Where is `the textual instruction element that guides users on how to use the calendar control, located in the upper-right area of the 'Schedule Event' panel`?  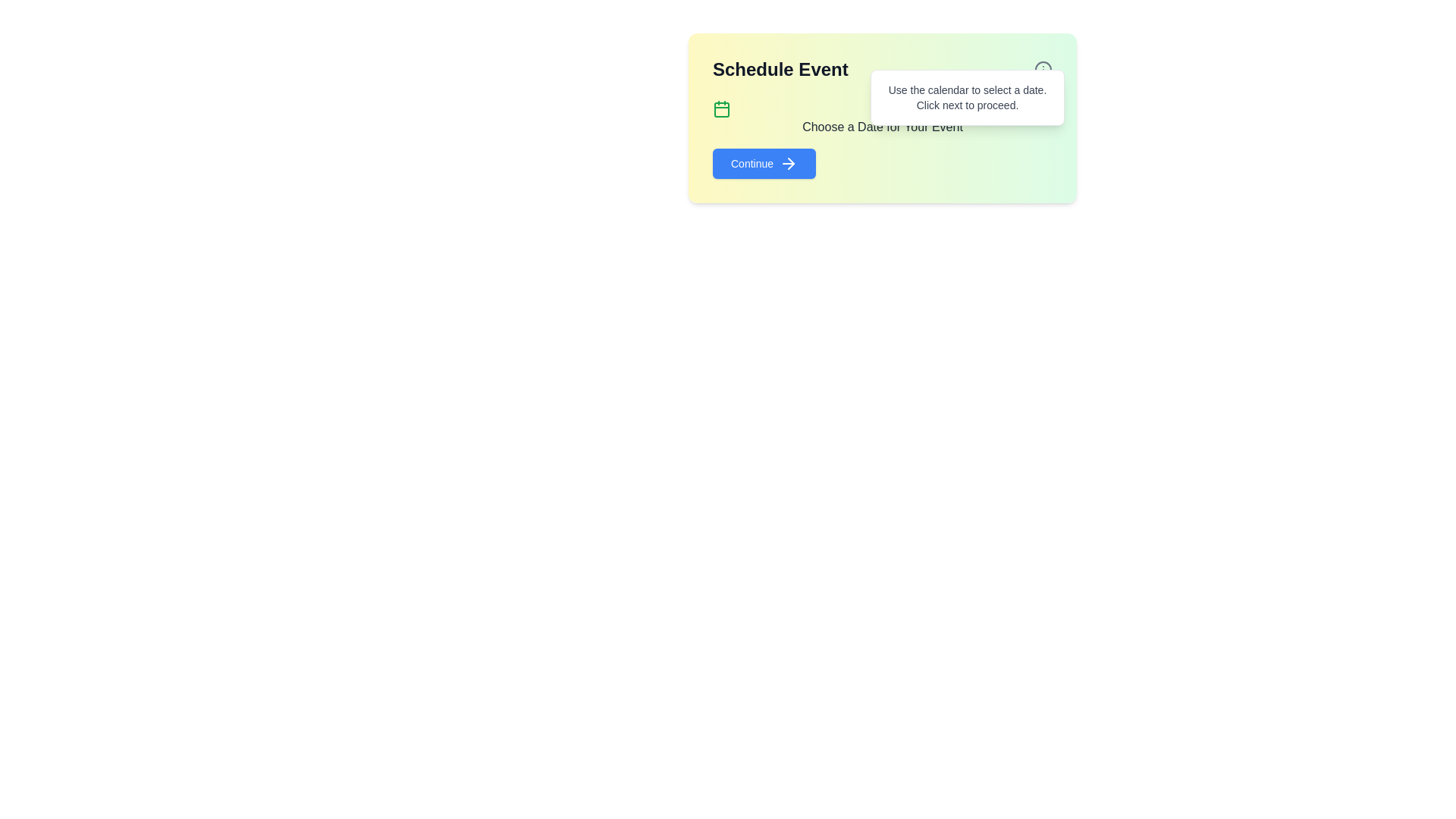
the textual instruction element that guides users on how to use the calendar control, located in the upper-right area of the 'Schedule Event' panel is located at coordinates (967, 97).